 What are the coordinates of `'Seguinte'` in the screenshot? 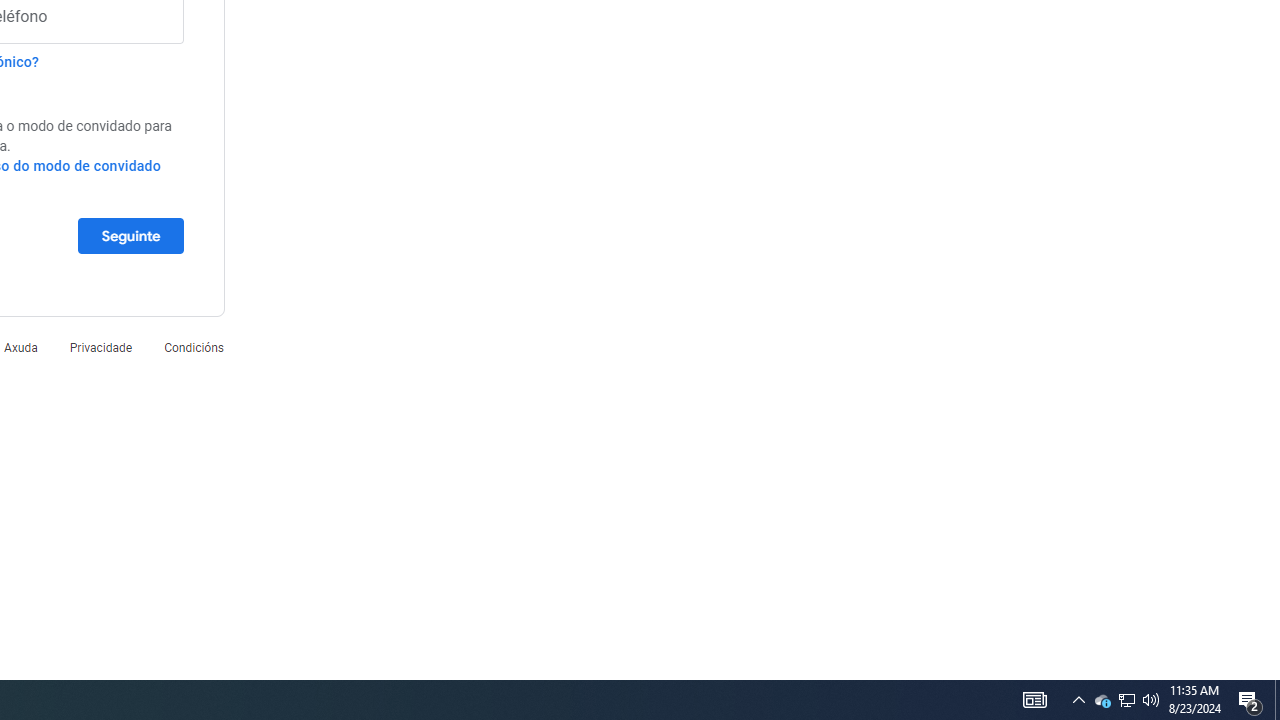 It's located at (129, 234).